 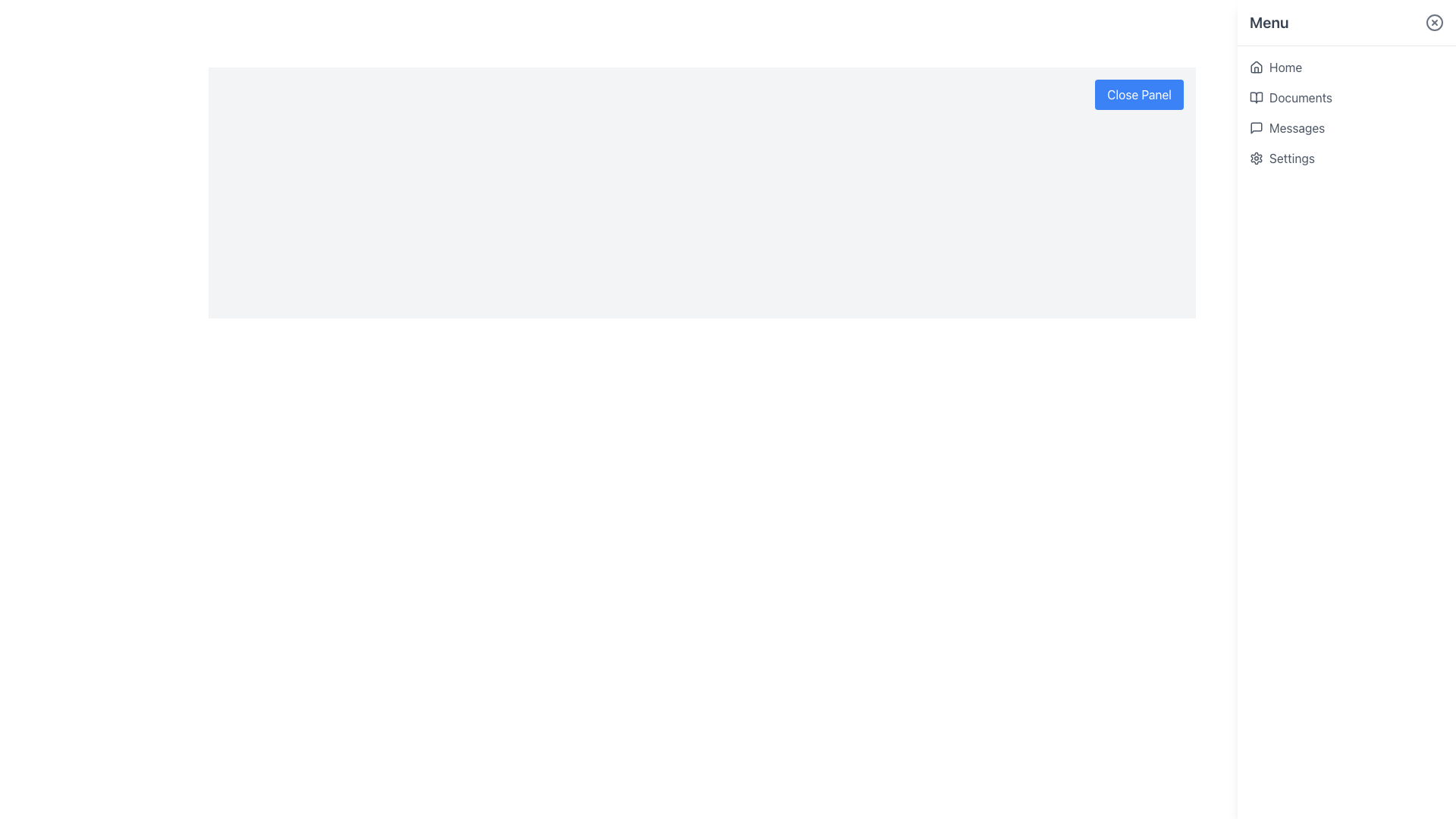 I want to click on the fourth menu item button located between the 'Messages' item and the next item, so click(x=1347, y=158).